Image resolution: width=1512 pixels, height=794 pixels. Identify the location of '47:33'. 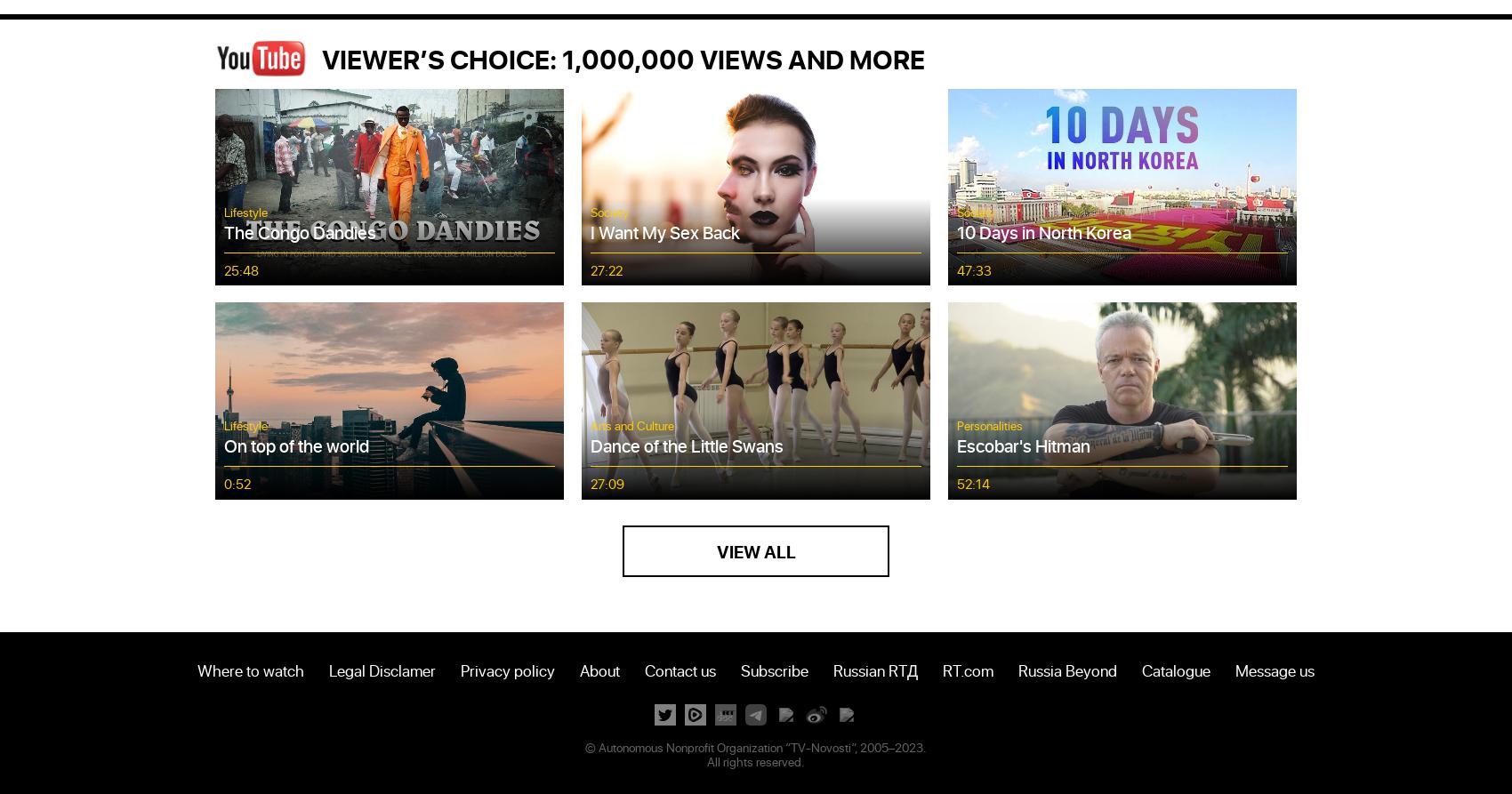
(973, 269).